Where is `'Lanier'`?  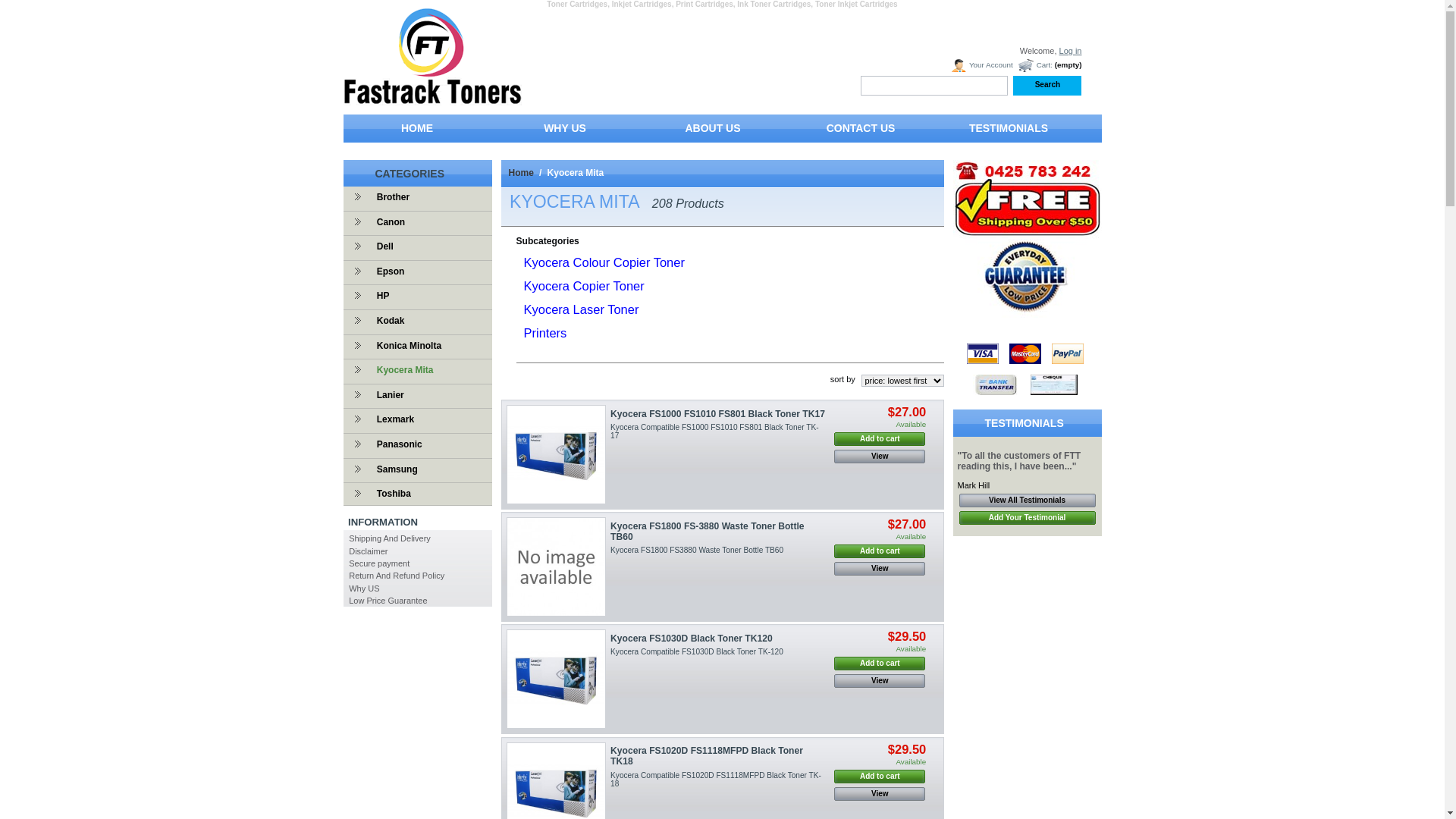 'Lanier' is located at coordinates (369, 394).